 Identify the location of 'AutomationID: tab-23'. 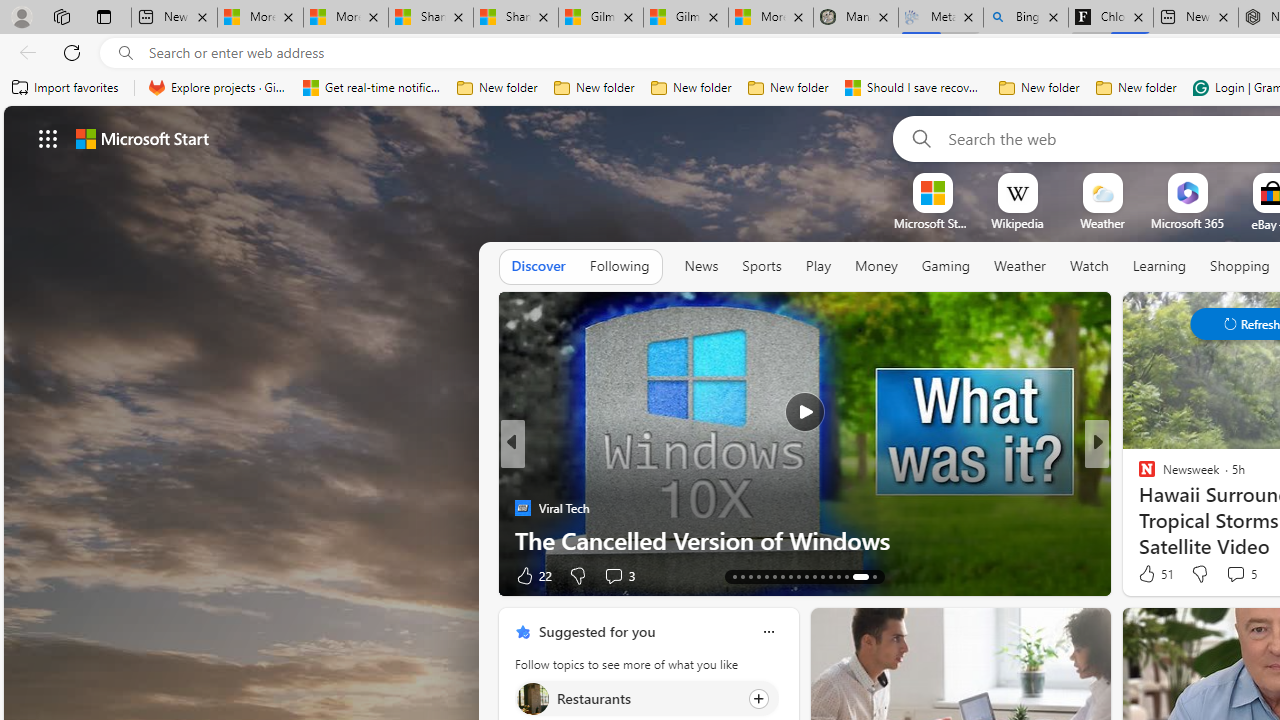
(781, 577).